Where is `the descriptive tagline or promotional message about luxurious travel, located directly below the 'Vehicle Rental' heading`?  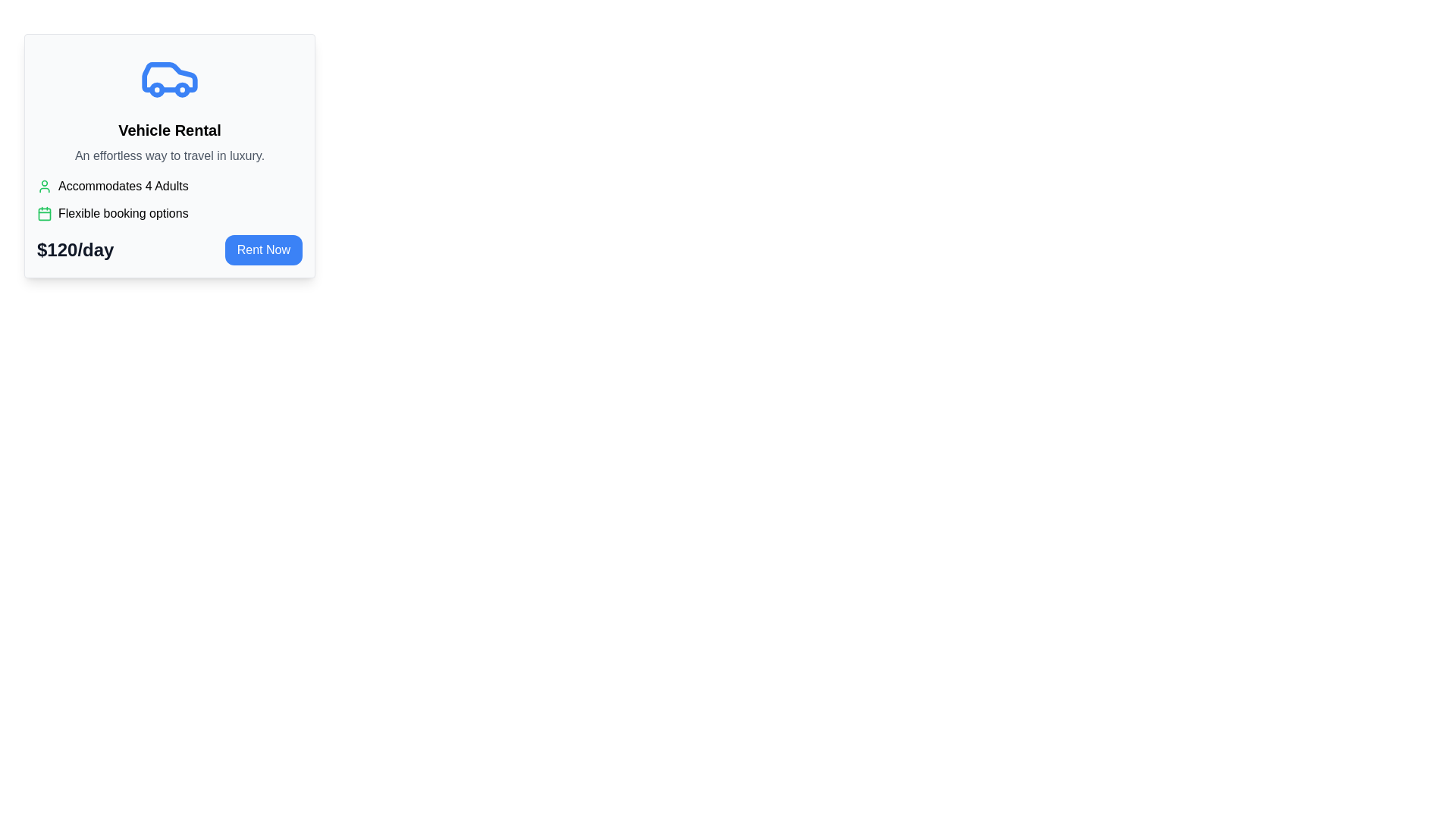 the descriptive tagline or promotional message about luxurious travel, located directly below the 'Vehicle Rental' heading is located at coordinates (170, 155).